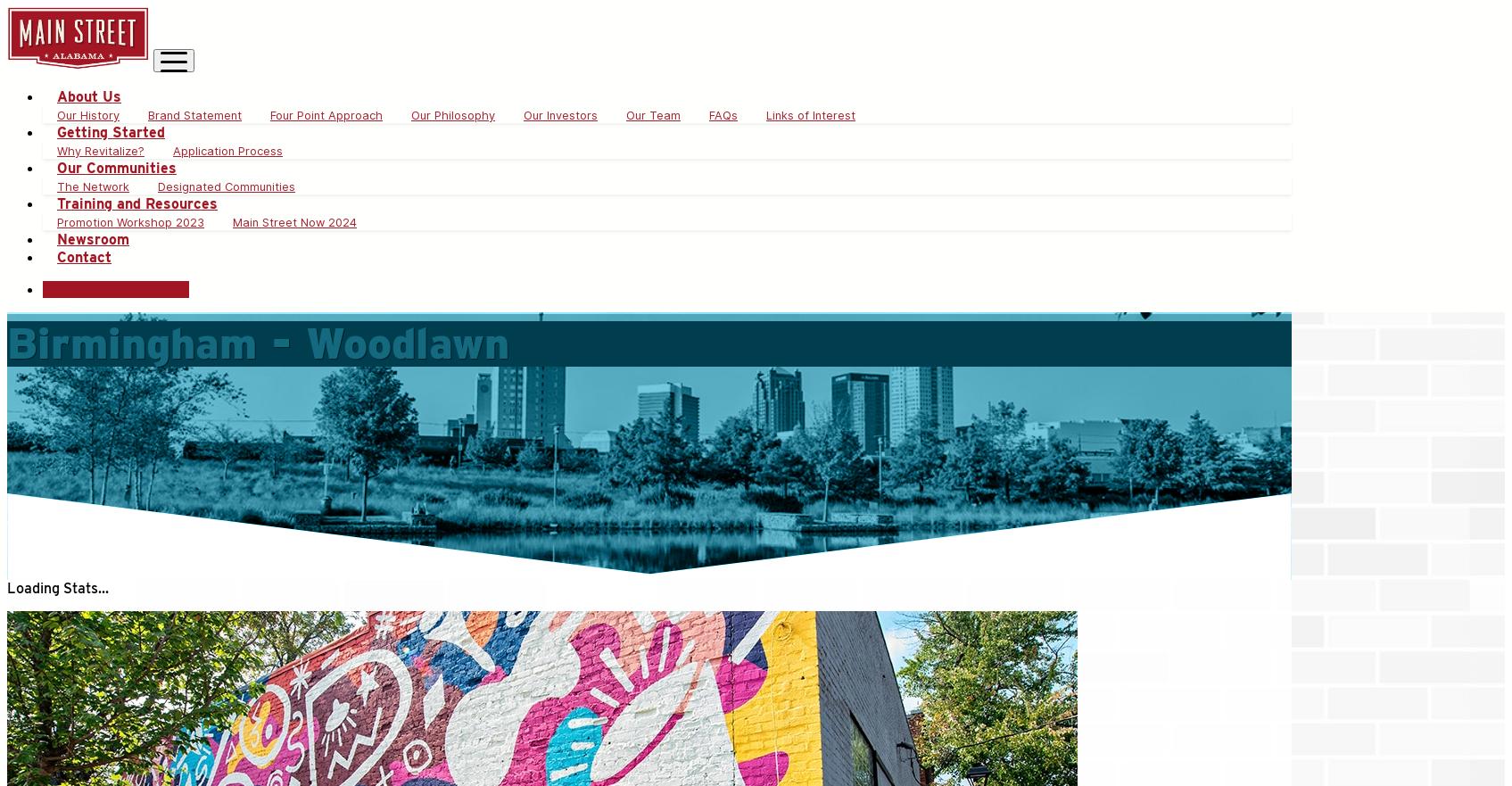 The height and width of the screenshot is (786, 1512). What do you see at coordinates (115, 289) in the screenshot?
I see `'BECOME A PARTNER'` at bounding box center [115, 289].